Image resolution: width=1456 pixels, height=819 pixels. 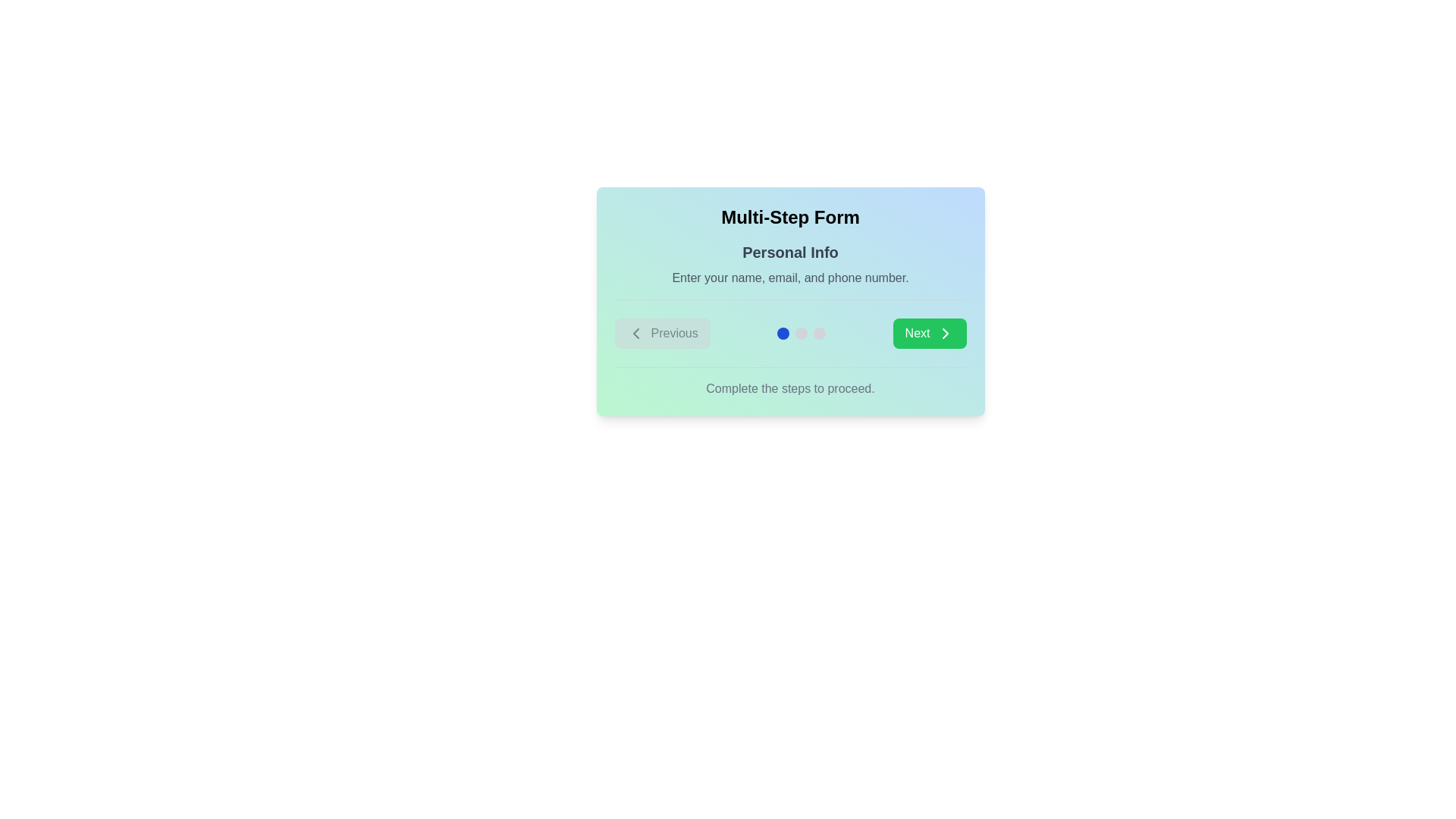 What do you see at coordinates (944, 332) in the screenshot?
I see `the forward navigation icon located at the right end of the 'Next' button in the lower right section of the card` at bounding box center [944, 332].